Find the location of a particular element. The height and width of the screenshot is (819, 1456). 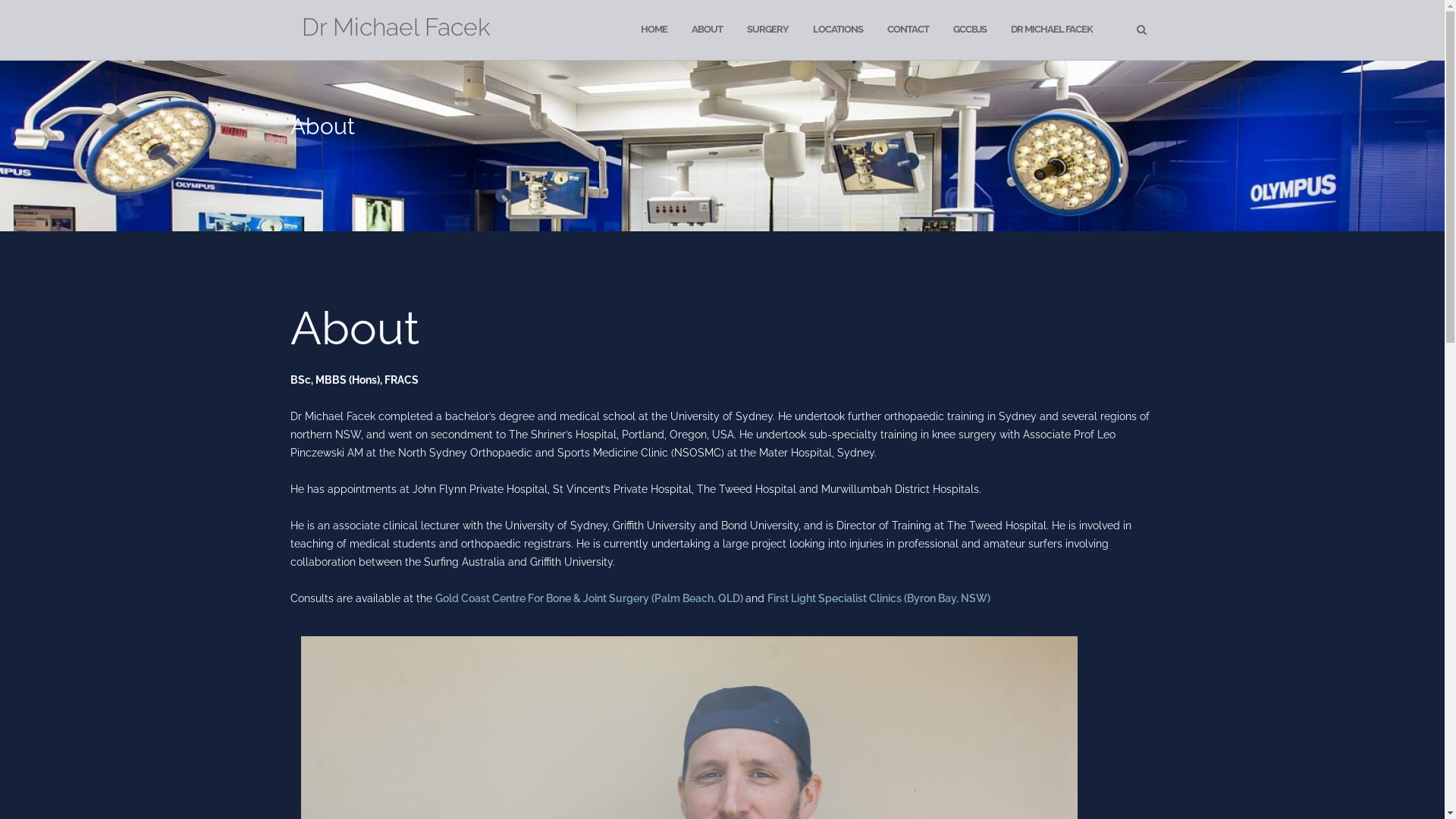

'DR MICHAEL FACEK' is located at coordinates (1050, 30).